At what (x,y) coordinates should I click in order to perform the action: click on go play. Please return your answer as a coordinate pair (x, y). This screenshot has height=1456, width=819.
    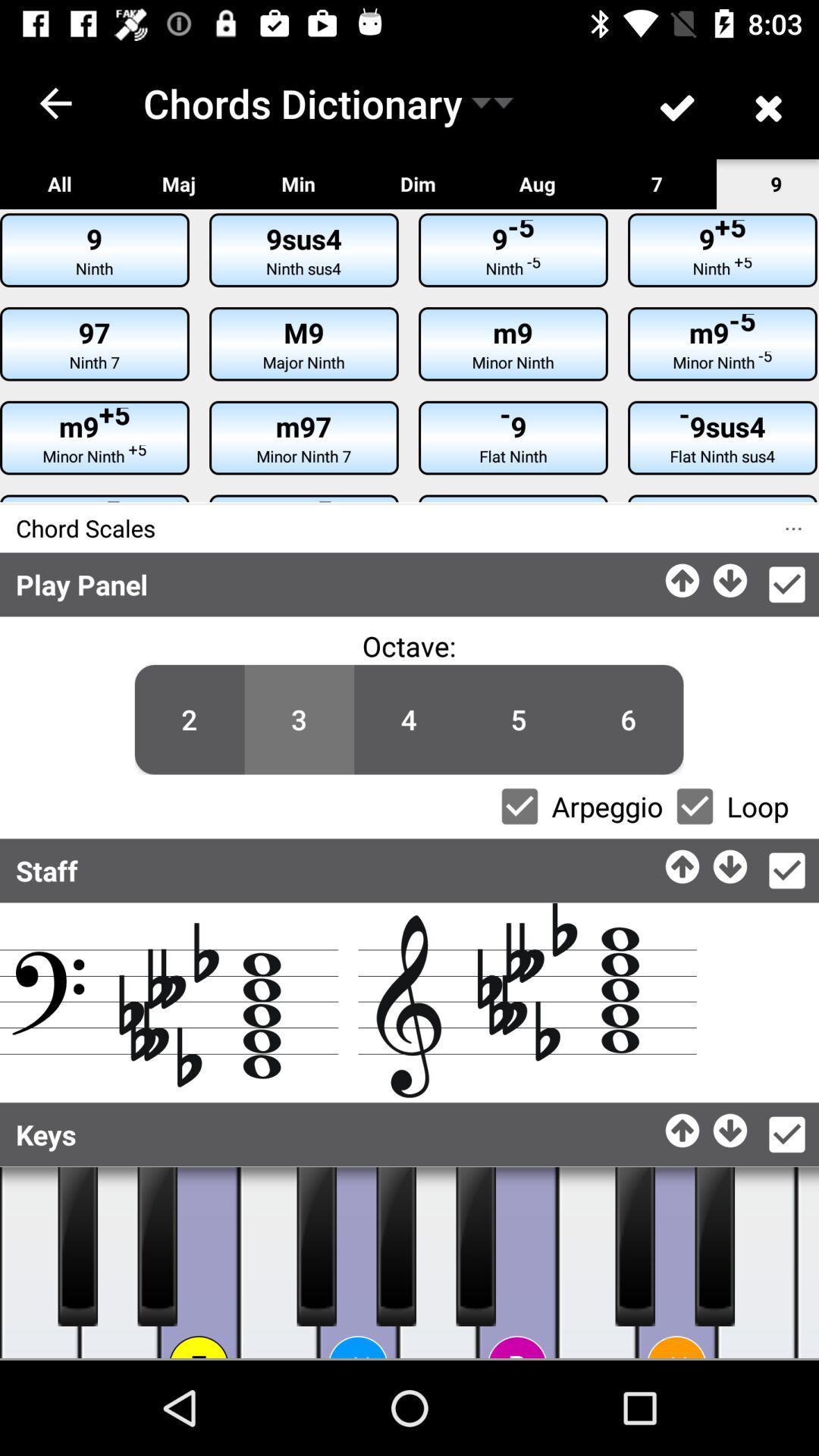
    Looking at the image, I should click on (118, 1263).